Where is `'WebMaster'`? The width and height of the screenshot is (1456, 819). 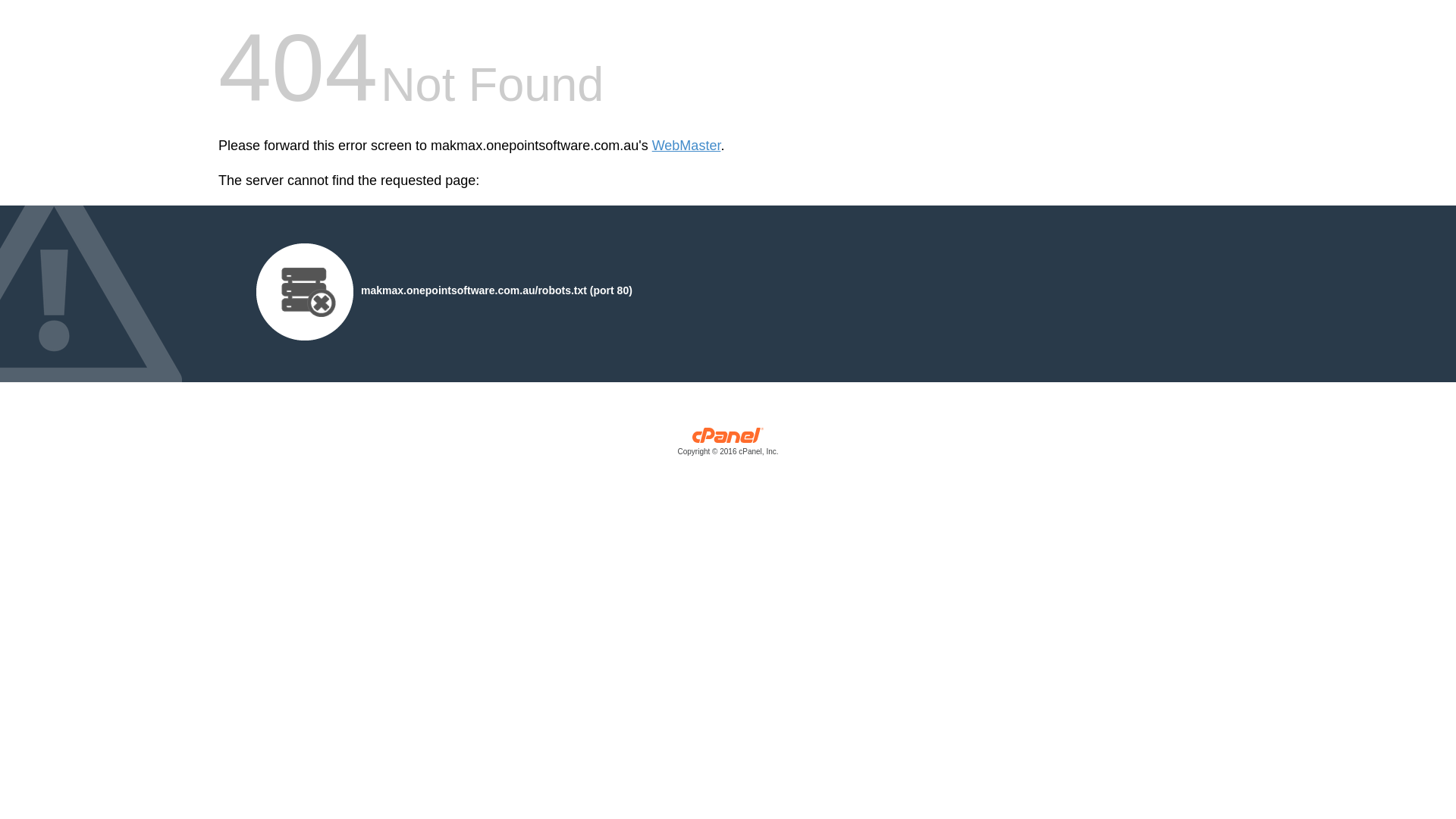
'WebMaster' is located at coordinates (686, 146).